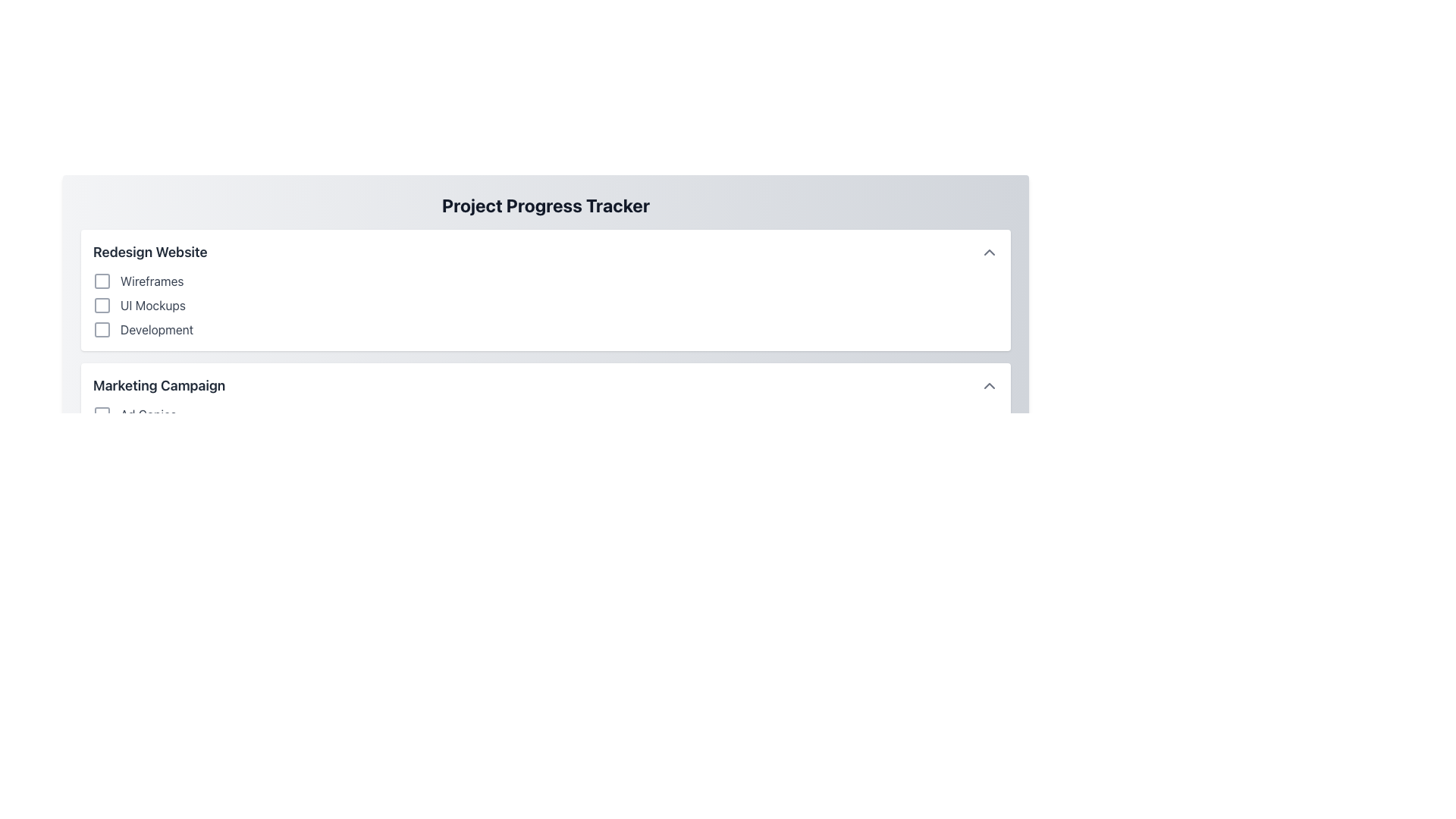 This screenshot has height=819, width=1456. Describe the element at coordinates (546, 205) in the screenshot. I see `the text header reading 'Project Progress Tracker' which is styled with a bold font, large size, and dark gray color, located at the top of its section` at that location.